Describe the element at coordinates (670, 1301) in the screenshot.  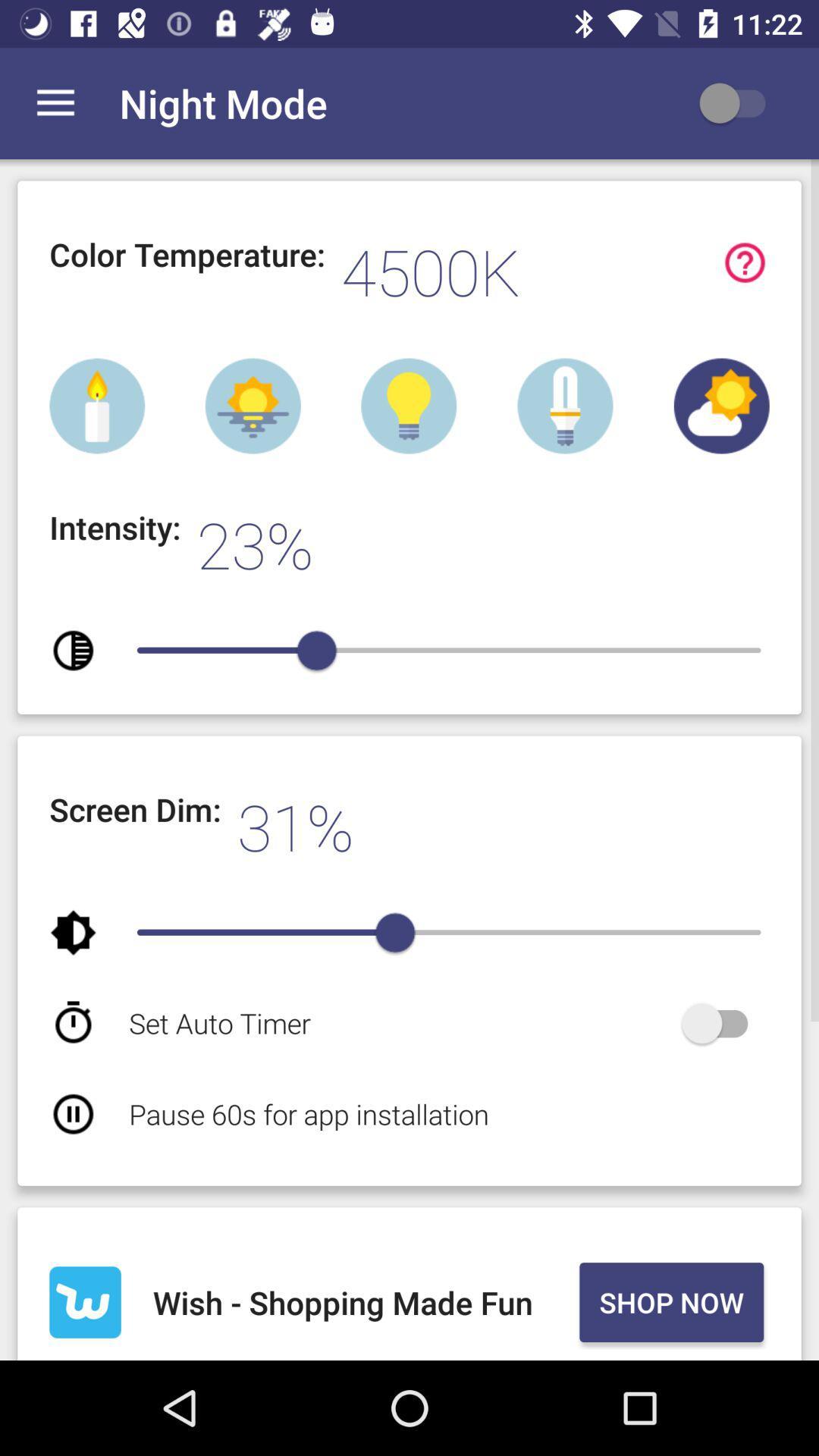
I see `the item next to the wish shopping made item` at that location.